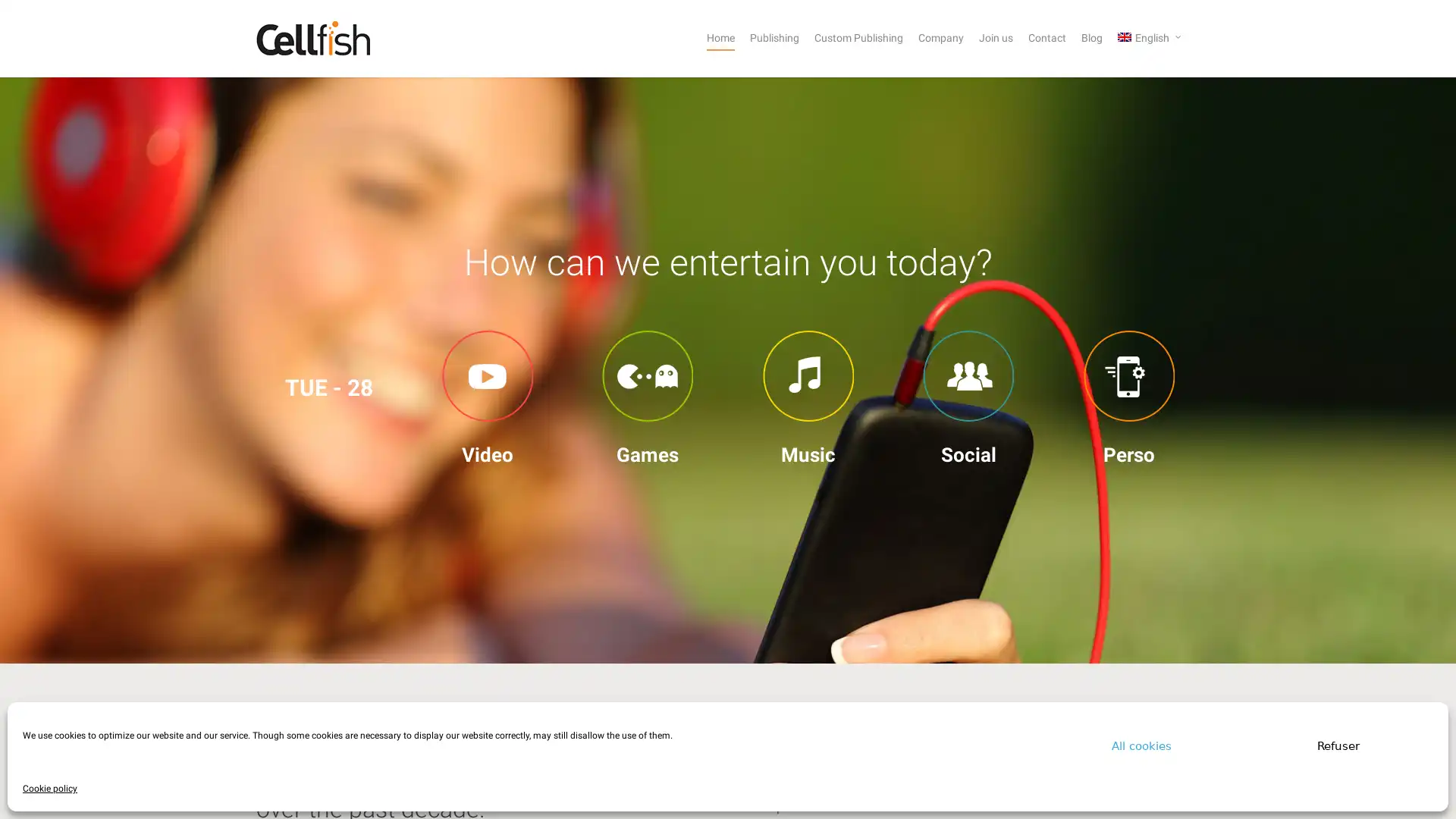 This screenshot has height=819, width=1456. Describe the element at coordinates (1141, 745) in the screenshot. I see `All cookies` at that location.